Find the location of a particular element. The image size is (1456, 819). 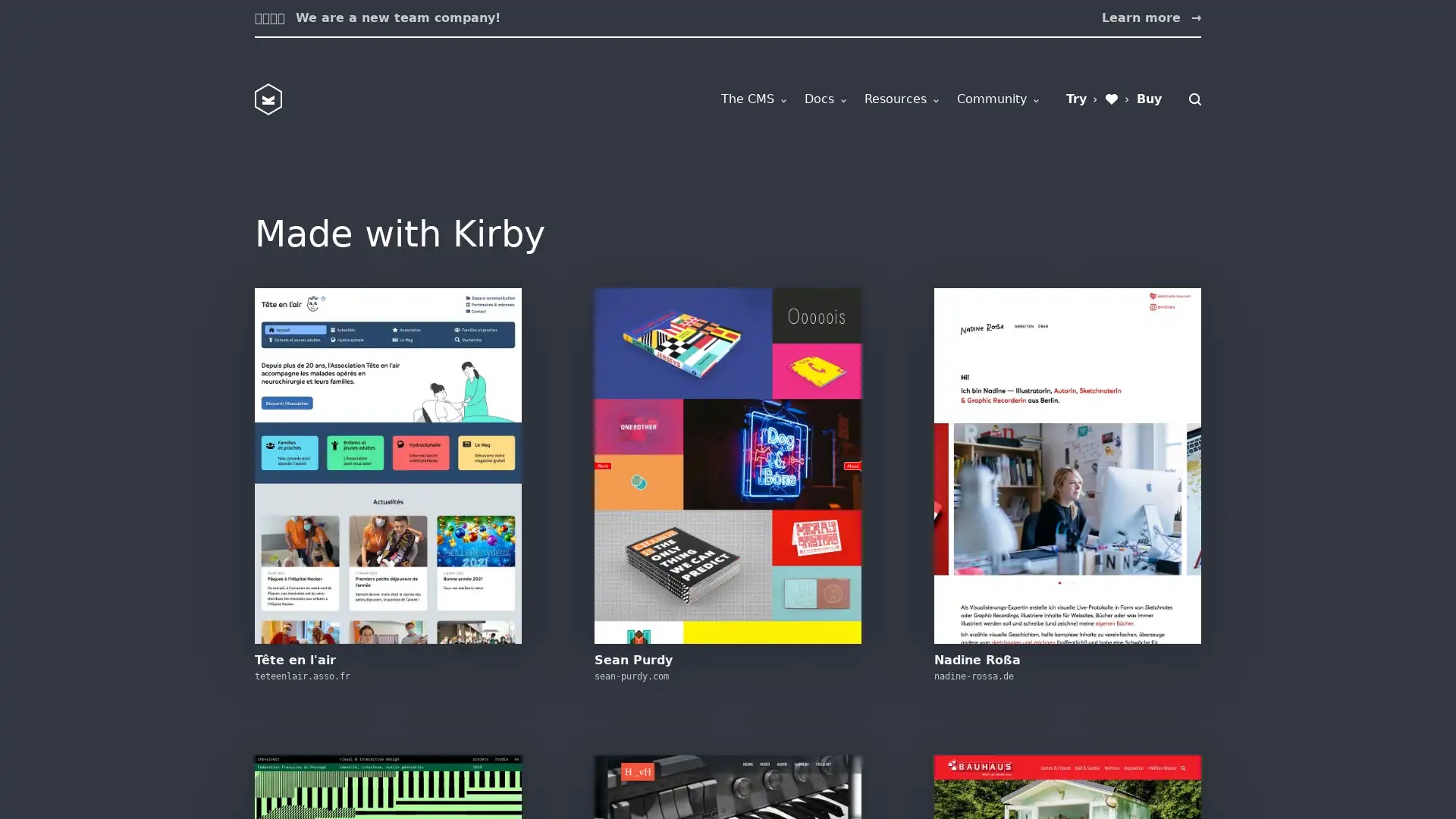

Search is located at coordinates (1194, 99).